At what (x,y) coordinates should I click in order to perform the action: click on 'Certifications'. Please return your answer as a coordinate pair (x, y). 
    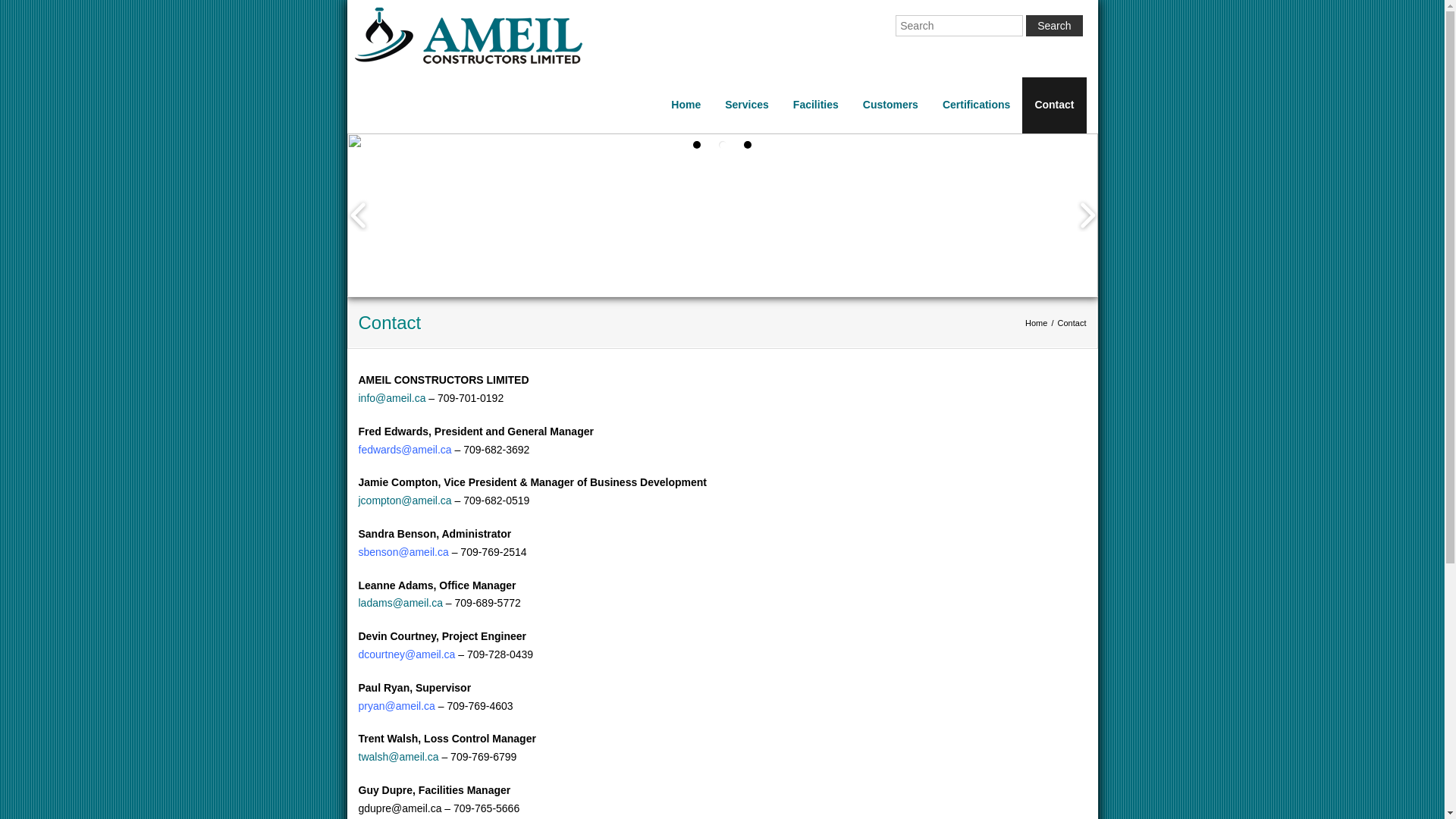
    Looking at the image, I should click on (976, 104).